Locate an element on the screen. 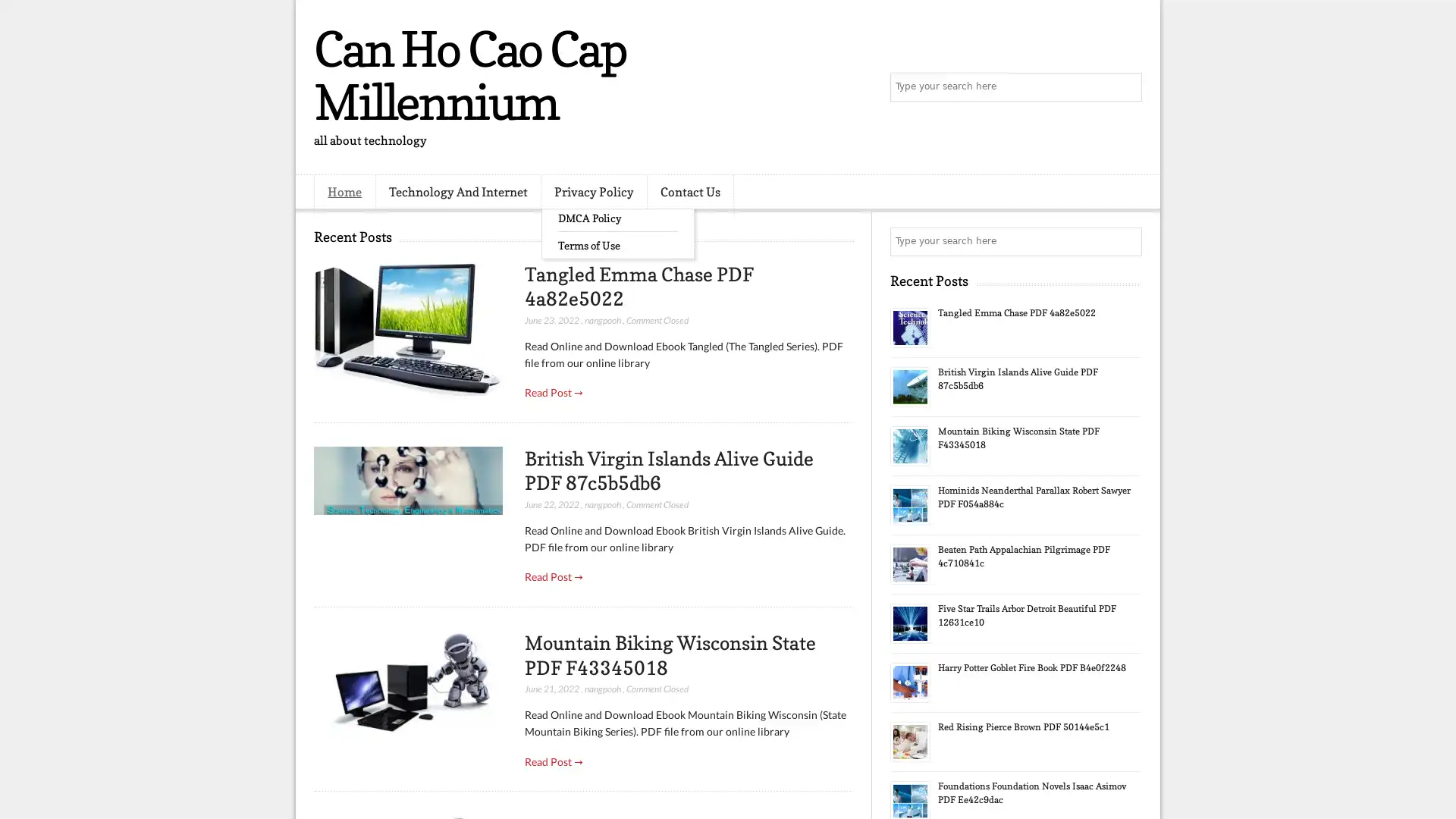  Search is located at coordinates (1126, 87).